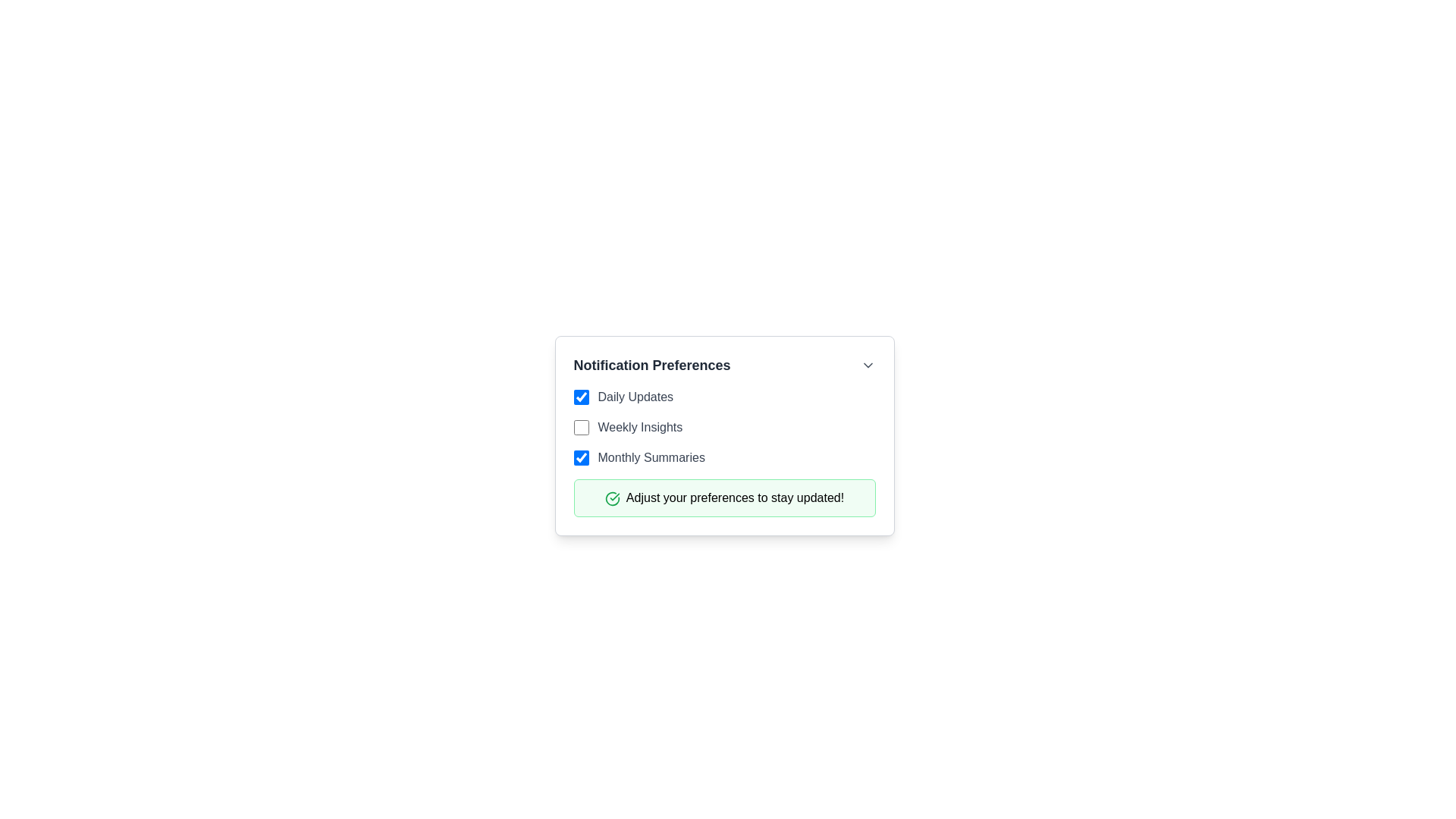 Image resolution: width=1456 pixels, height=819 pixels. Describe the element at coordinates (580, 427) in the screenshot. I see `the checkbox located on the second line of the 'Notification Preferences' section` at that location.